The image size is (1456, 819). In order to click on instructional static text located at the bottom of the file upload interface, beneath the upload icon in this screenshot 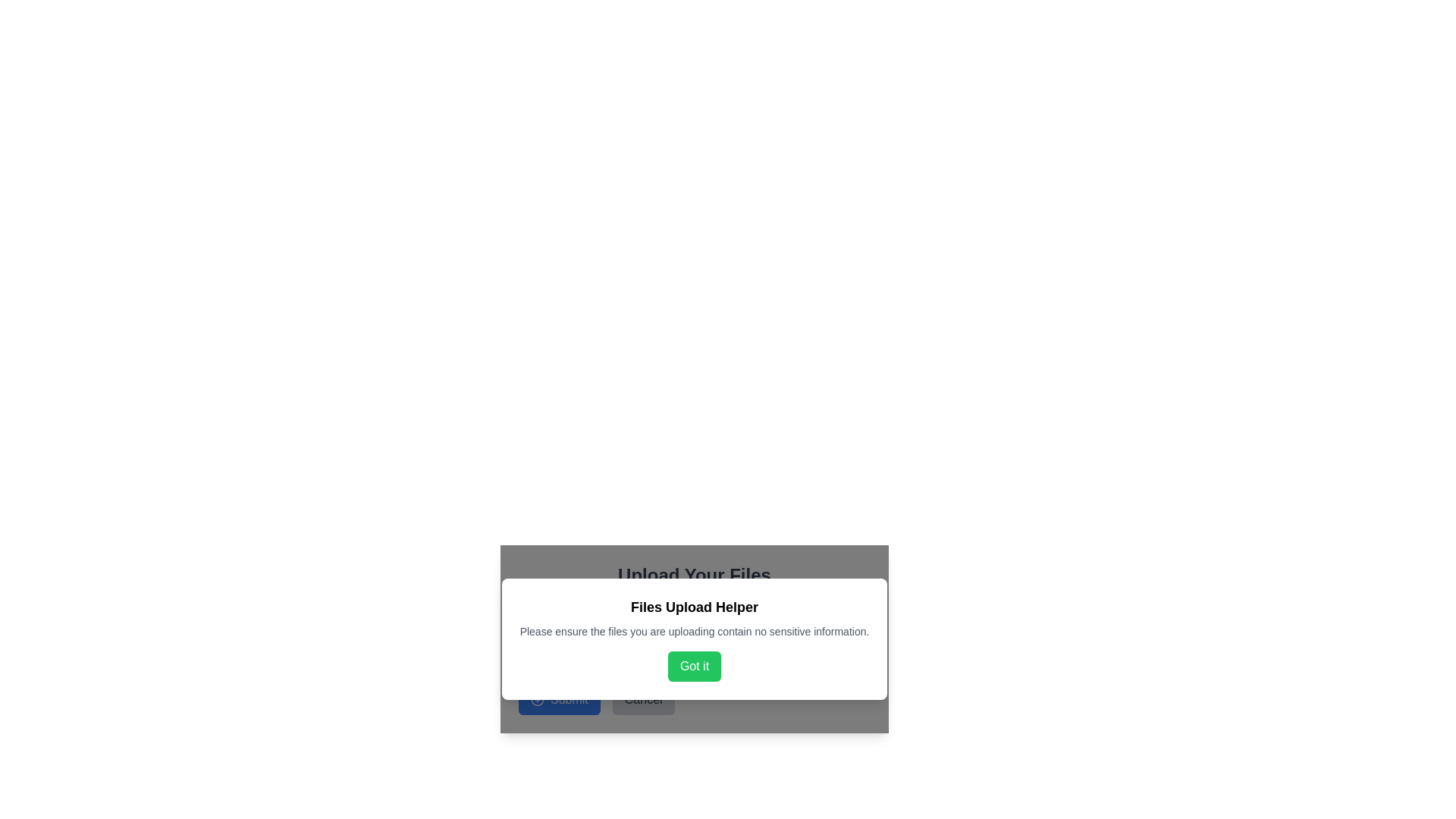, I will do `click(694, 651)`.